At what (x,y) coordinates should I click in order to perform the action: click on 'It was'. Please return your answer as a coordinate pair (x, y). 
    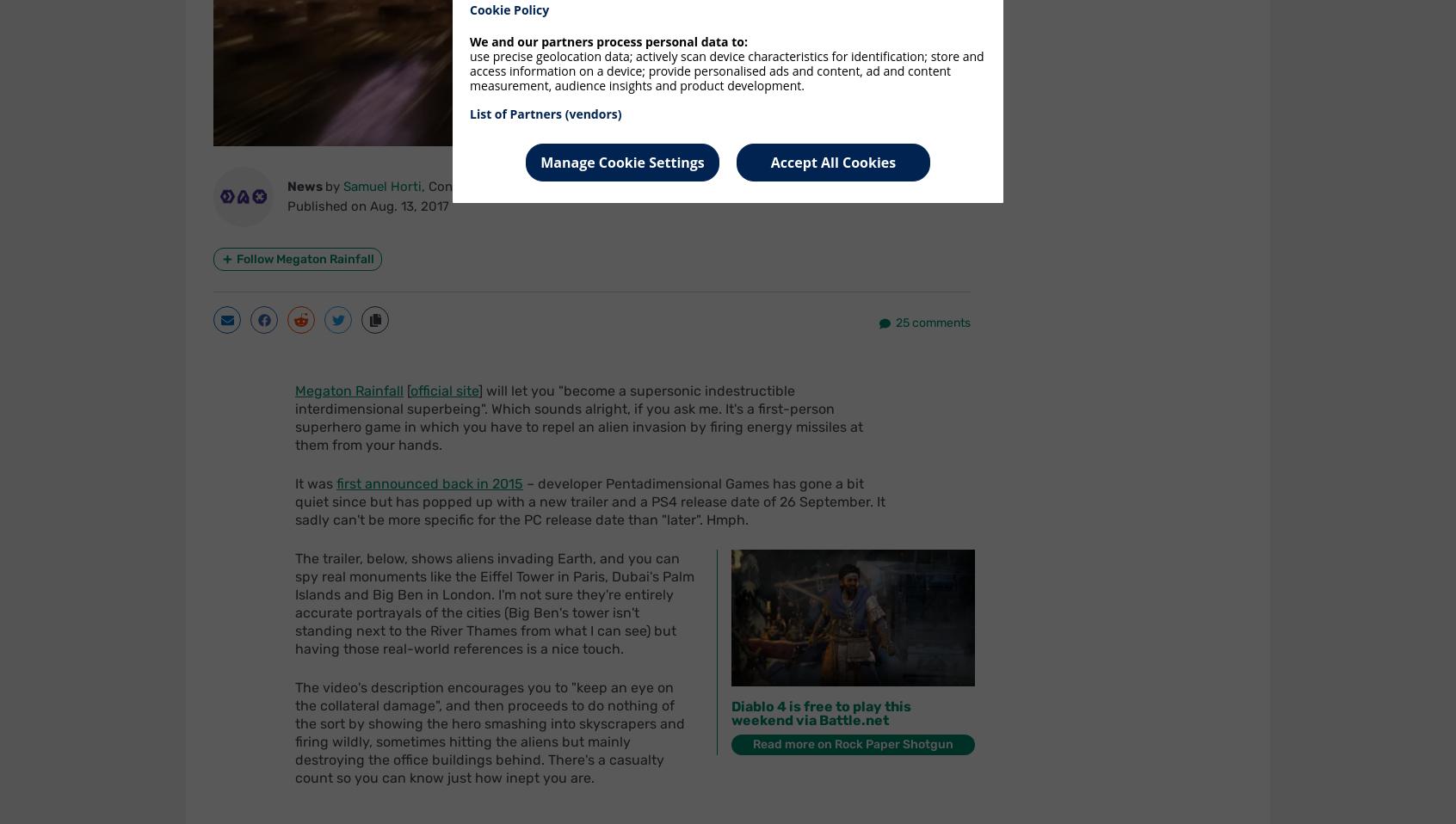
    Looking at the image, I should click on (315, 483).